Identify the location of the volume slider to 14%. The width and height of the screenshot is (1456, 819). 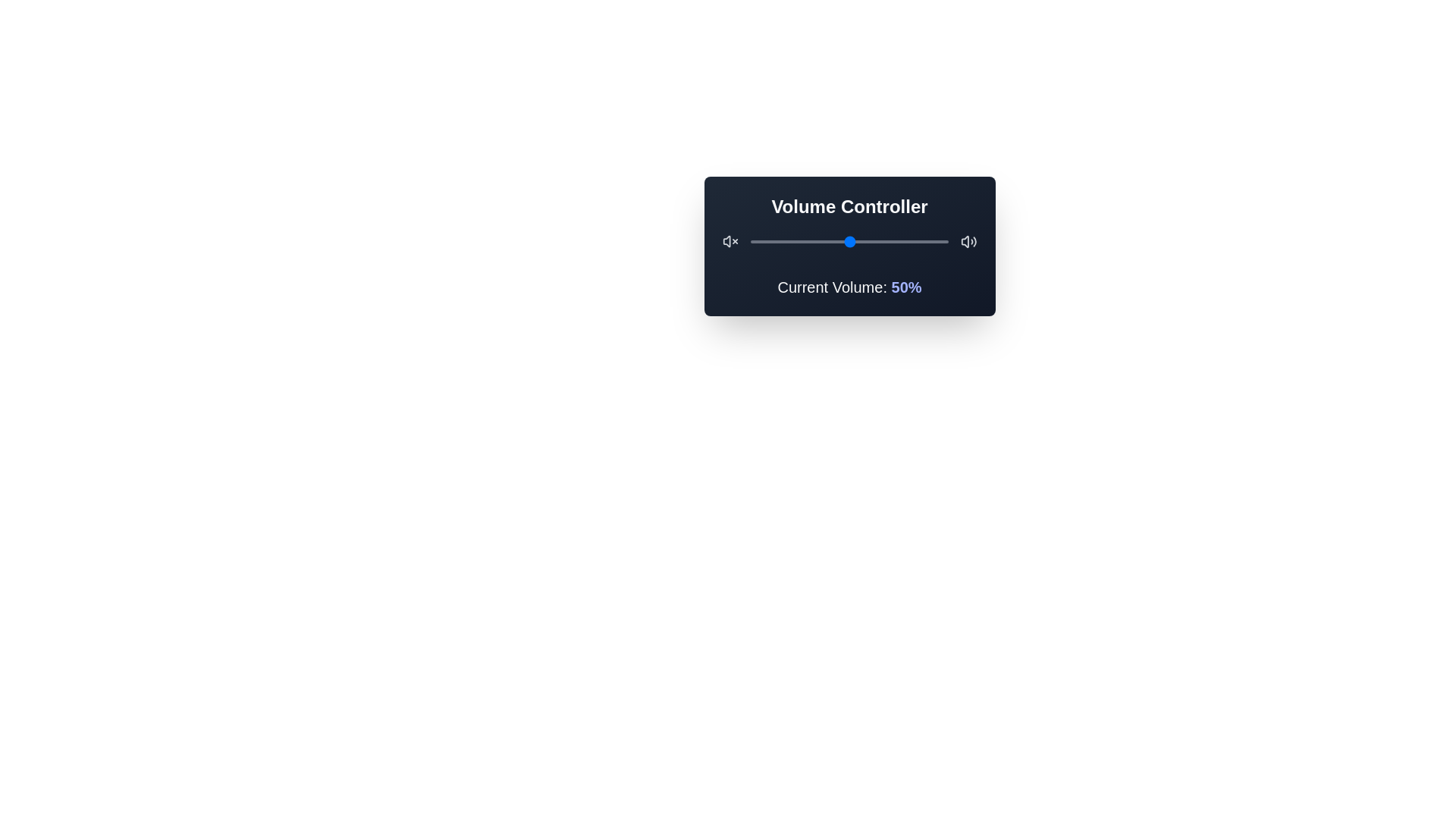
(778, 241).